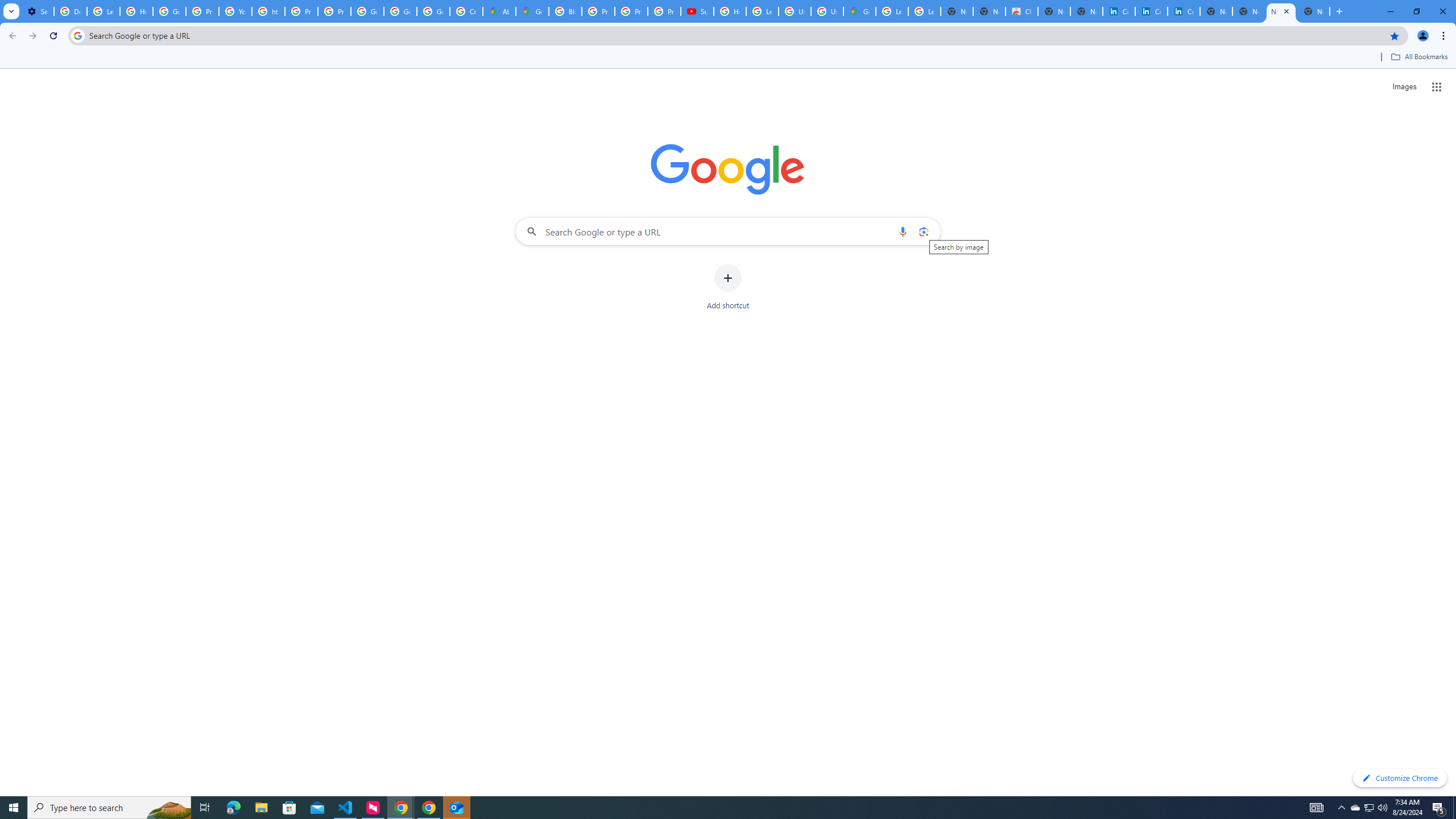 The height and width of the screenshot is (819, 1456). What do you see at coordinates (859, 11) in the screenshot?
I see `'Google Maps'` at bounding box center [859, 11].